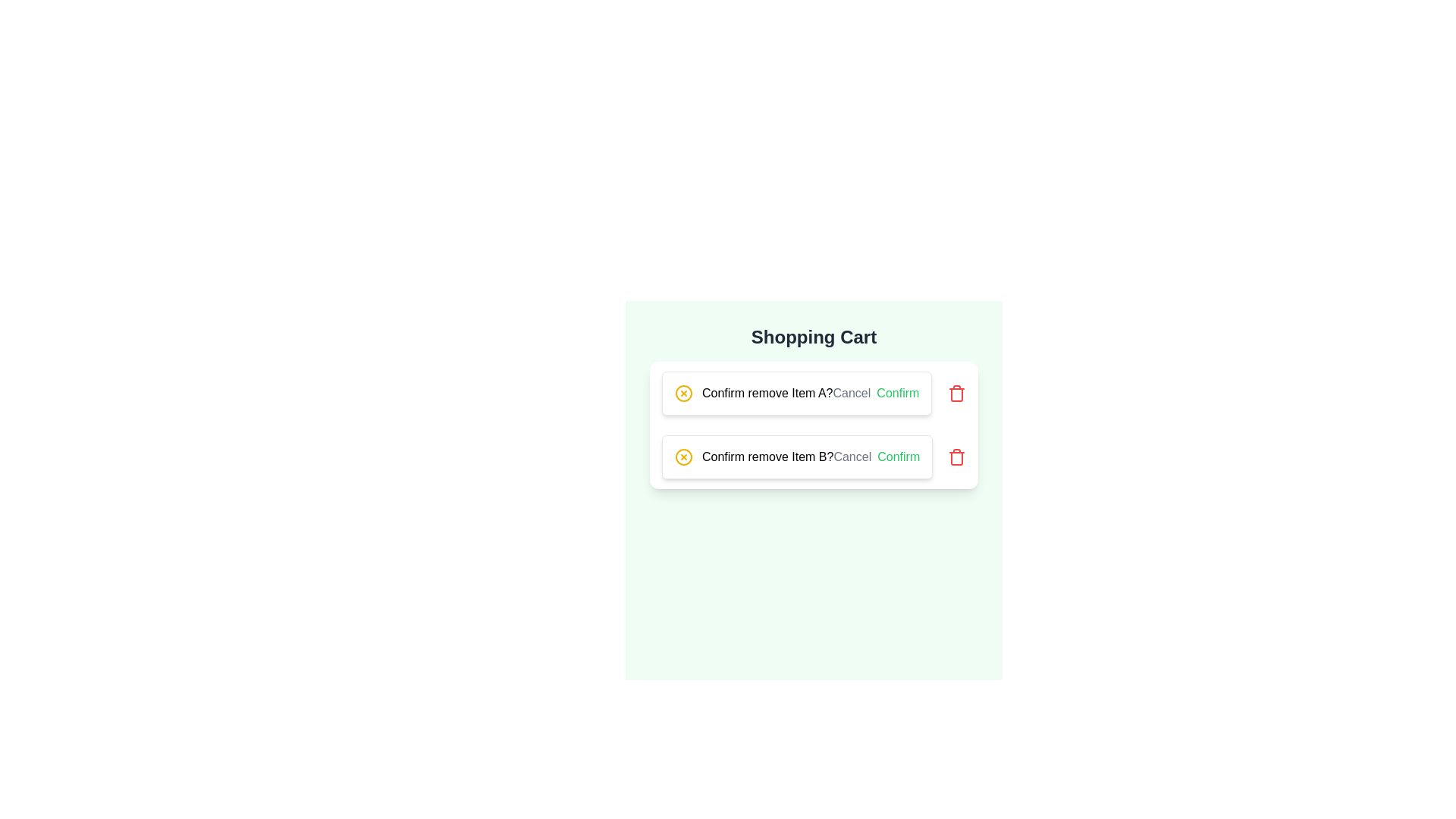 The image size is (1456, 819). What do you see at coordinates (683, 393) in the screenshot?
I see `the warning icon located on the far left side of the dialog box containing the text 'Confirm remove Item A?'. This icon serves as a visual indicator for confirming or canceling the action` at bounding box center [683, 393].